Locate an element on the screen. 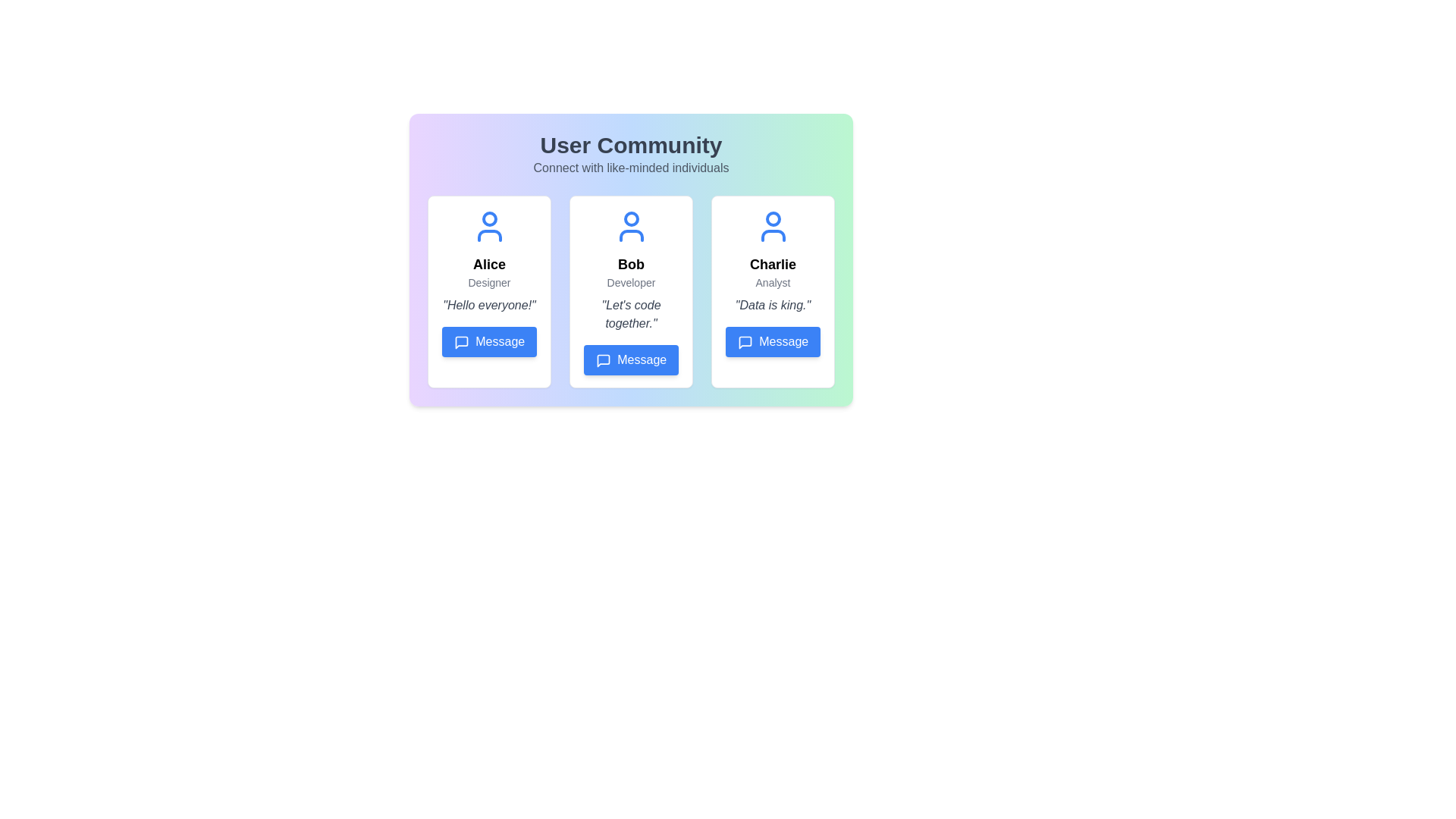 This screenshot has height=819, width=1456. the message bubble icon located in the 'Message' button component, positioned to the left of the 'Message' text is located at coordinates (602, 360).